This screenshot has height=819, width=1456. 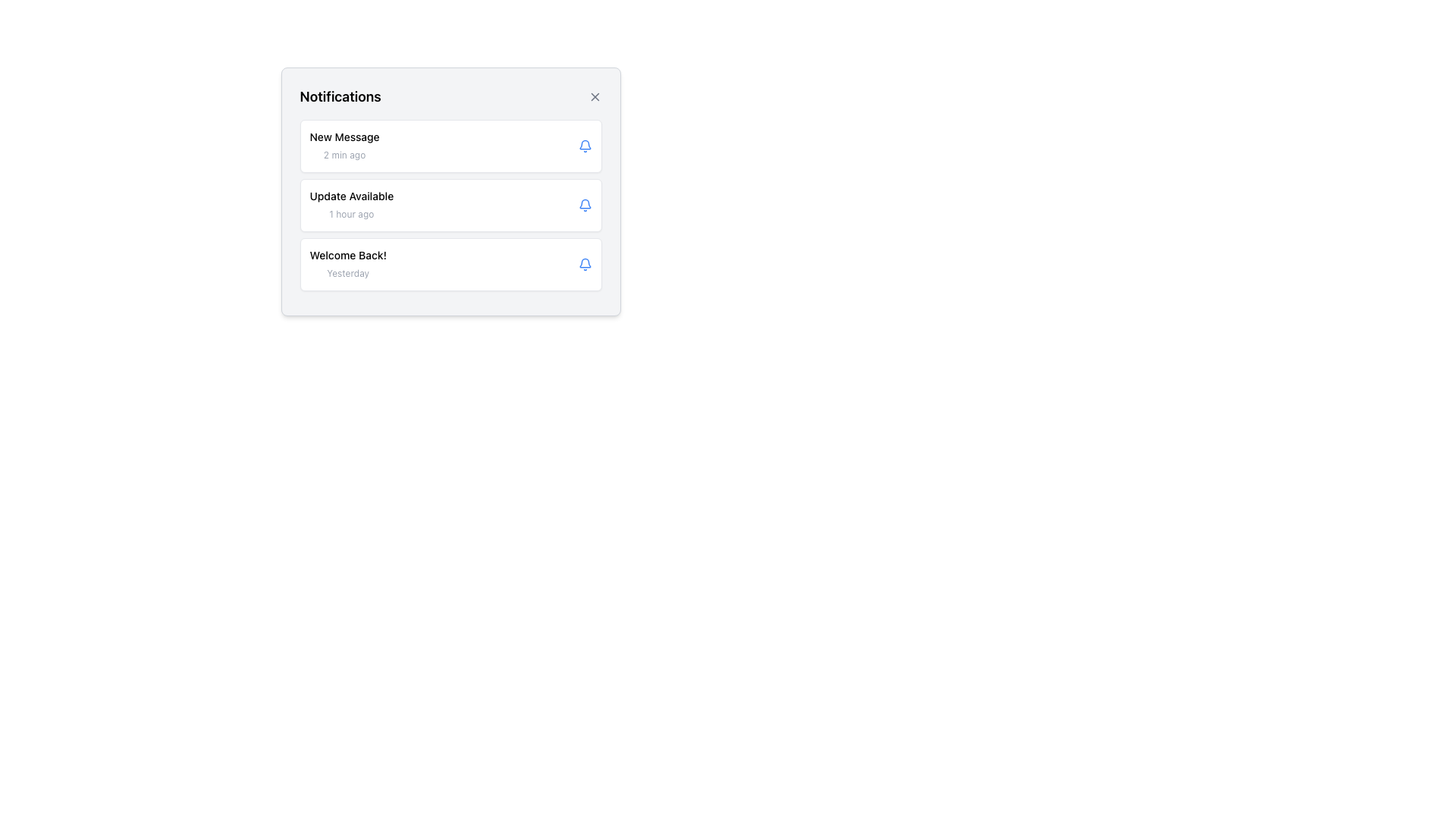 I want to click on the Close Icon located at the top-right corner of the notification dialog box to potentially close the dialog, so click(x=594, y=96).